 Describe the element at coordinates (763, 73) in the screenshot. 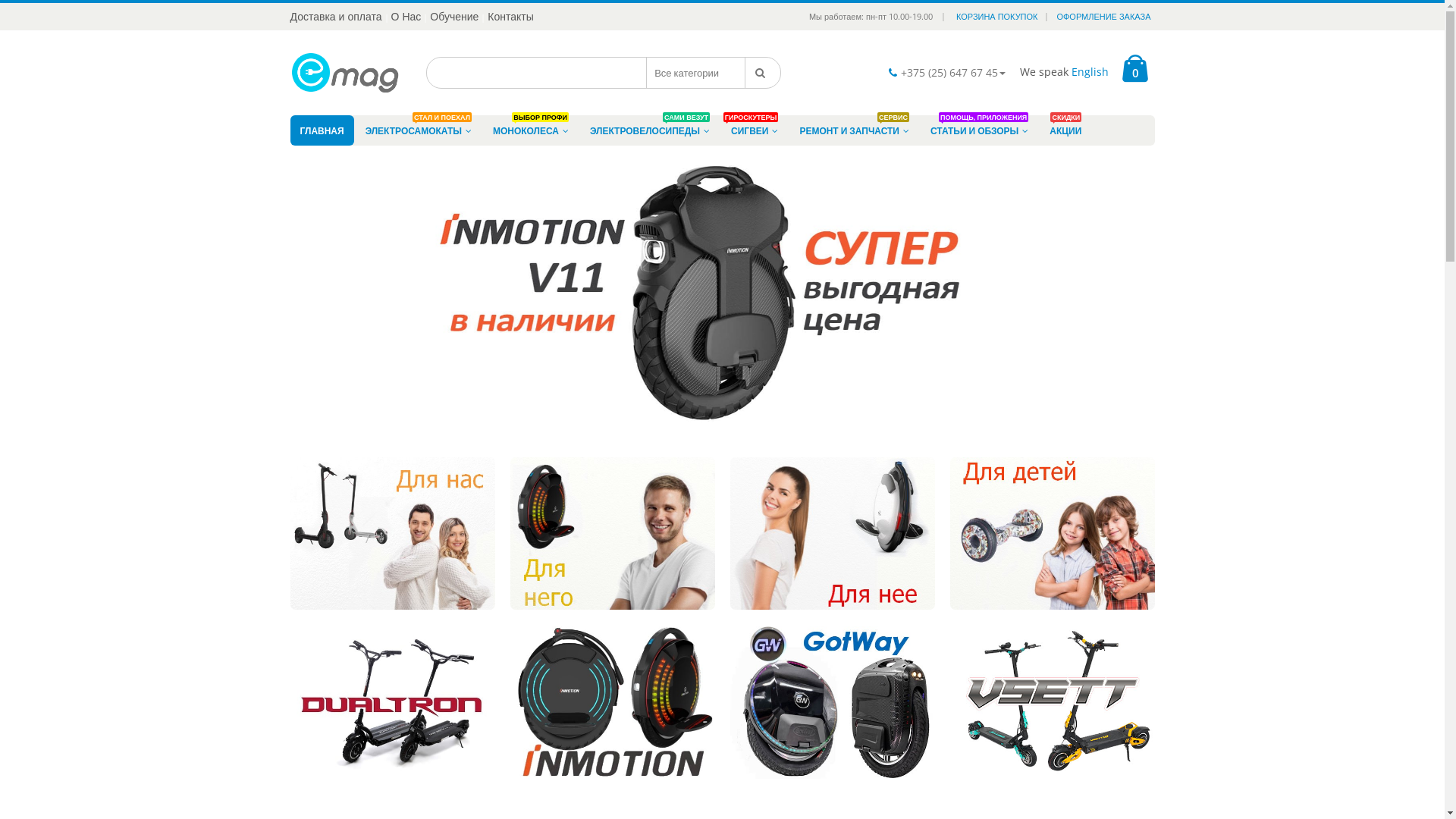

I see `'Search'` at that location.